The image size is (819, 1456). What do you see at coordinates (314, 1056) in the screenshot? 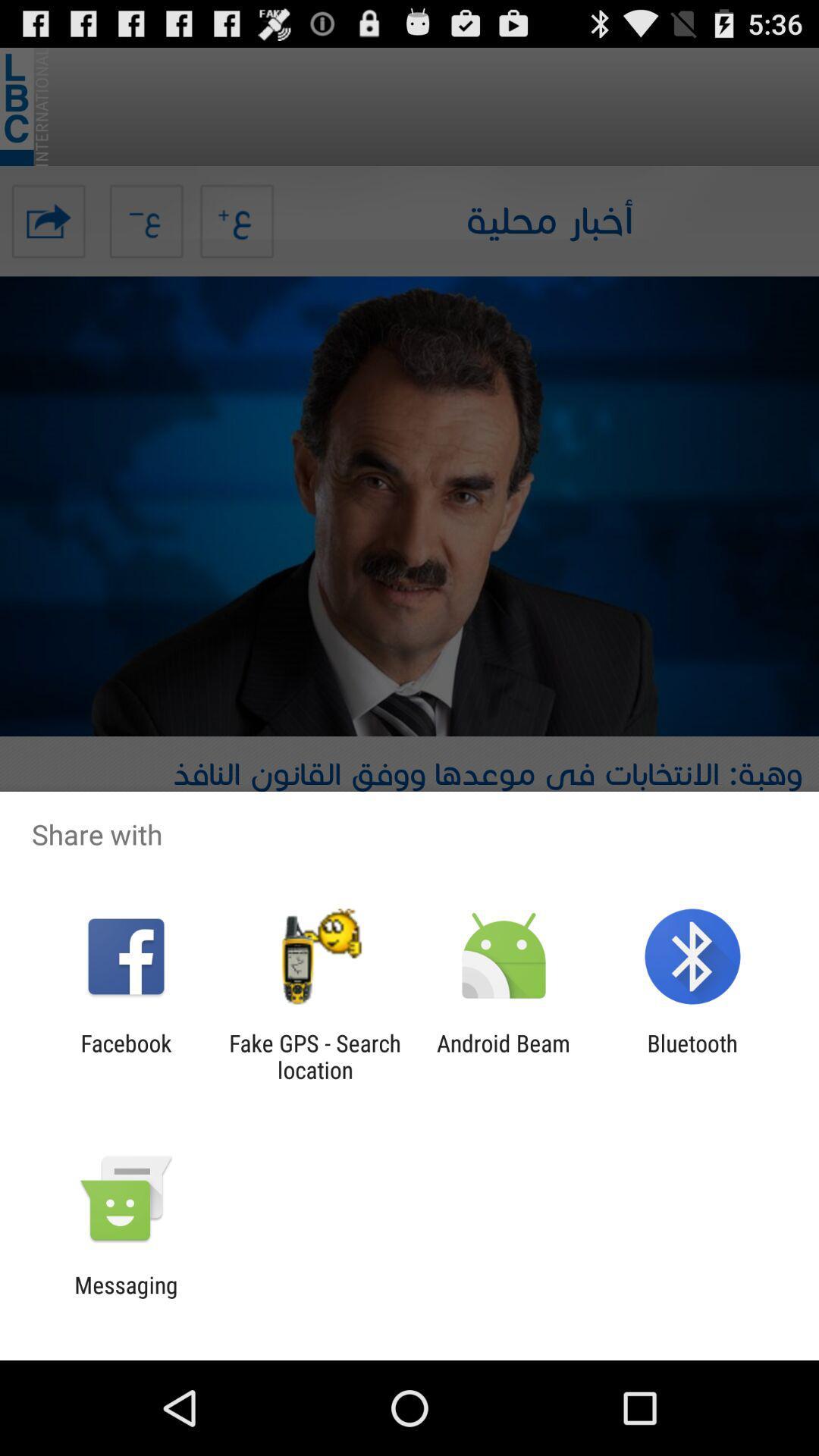
I see `the item to the right of the facebook icon` at bounding box center [314, 1056].